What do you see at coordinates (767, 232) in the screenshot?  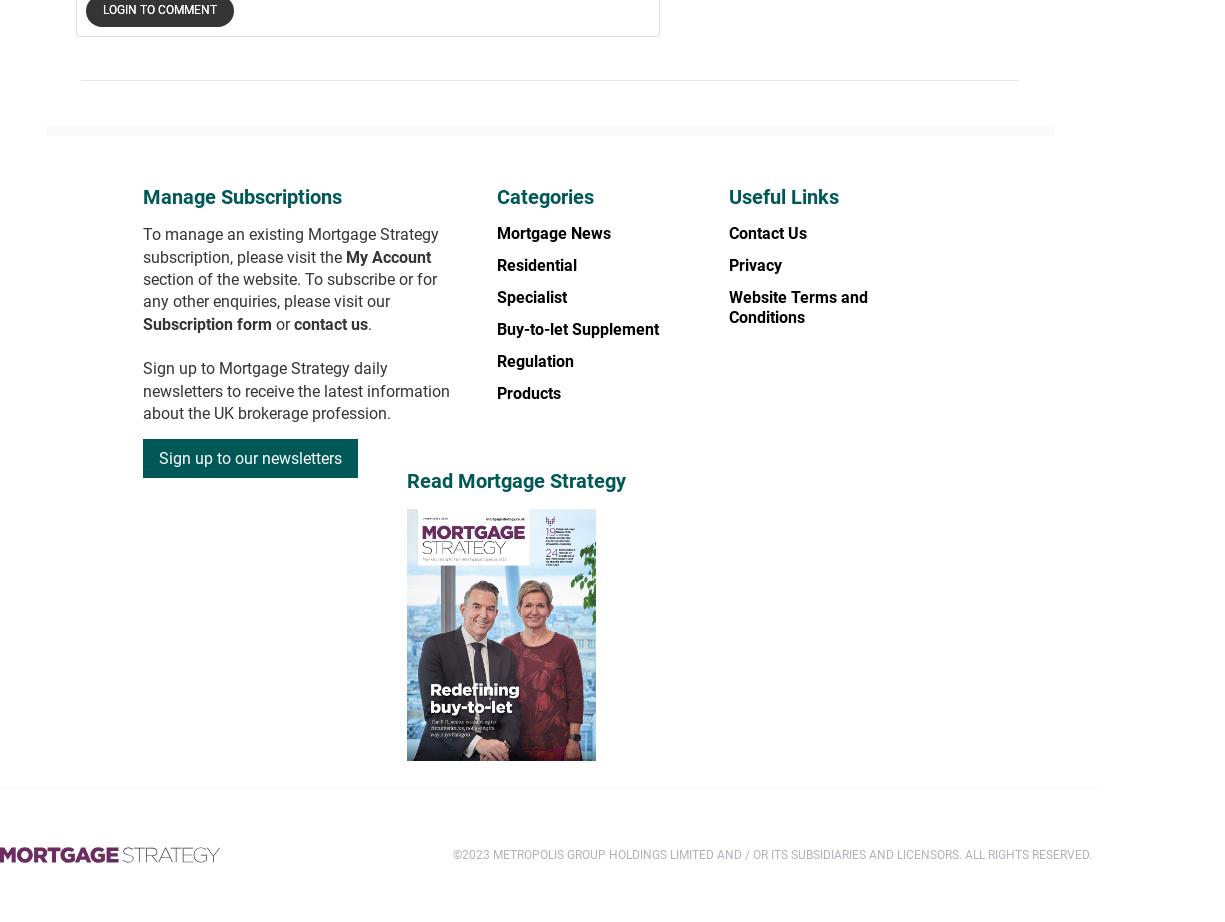 I see `'Contact Us'` at bounding box center [767, 232].